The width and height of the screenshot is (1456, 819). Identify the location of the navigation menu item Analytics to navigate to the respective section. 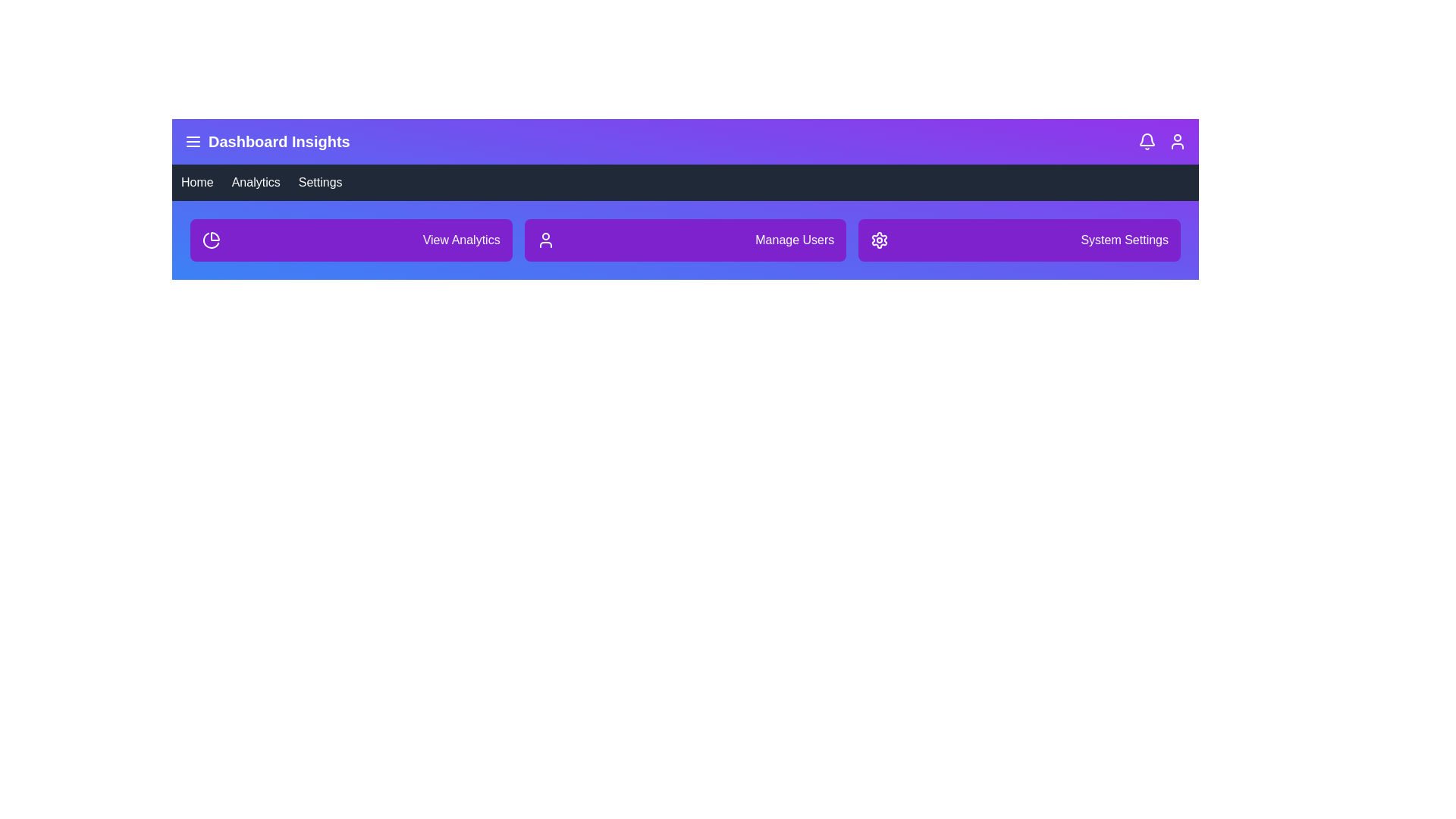
(255, 181).